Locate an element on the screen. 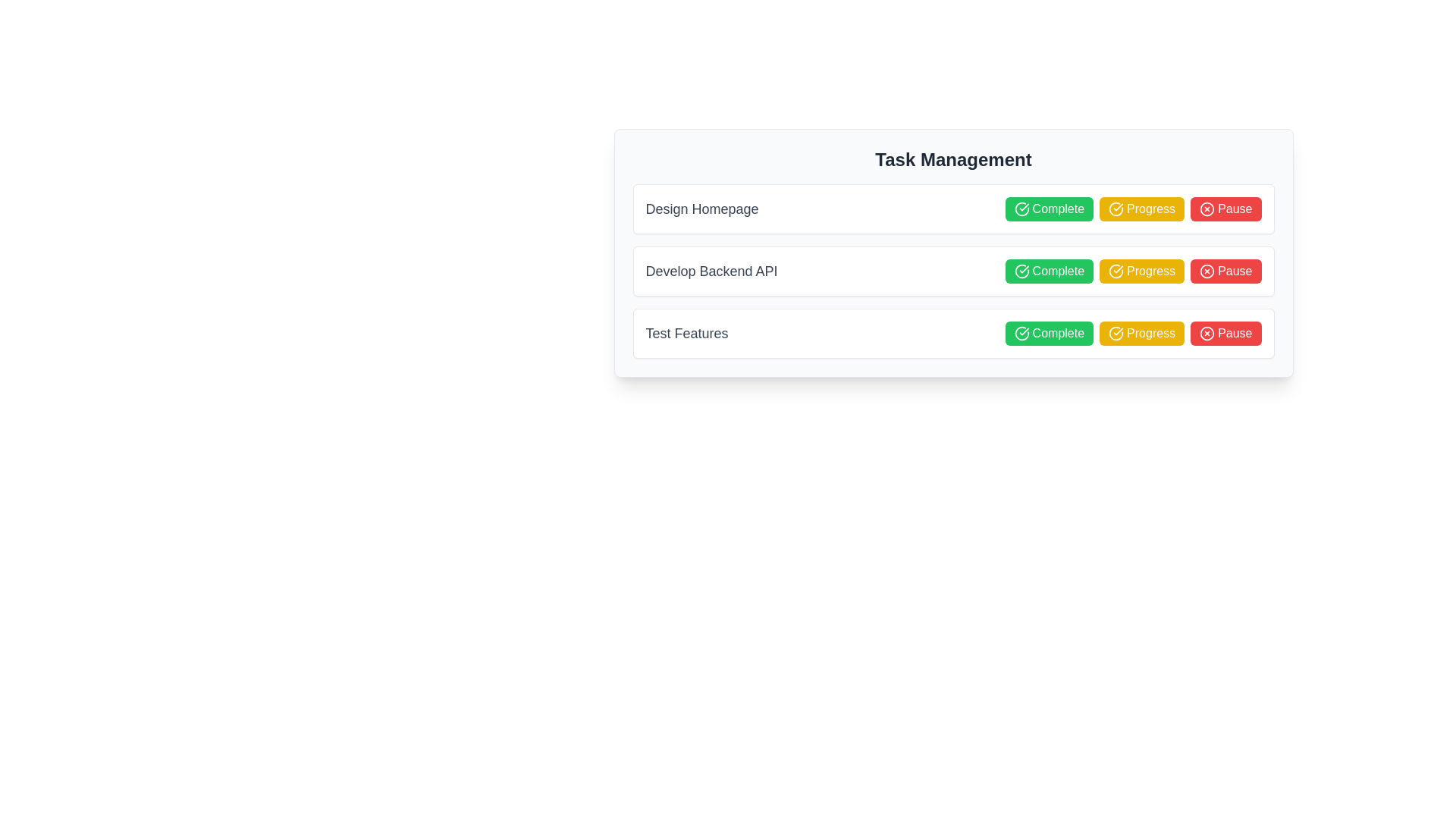 The height and width of the screenshot is (819, 1456). the circular icon located at the top-right corner of the task management interface, which borders the 'Pause' button of the first task is located at coordinates (1207, 209).